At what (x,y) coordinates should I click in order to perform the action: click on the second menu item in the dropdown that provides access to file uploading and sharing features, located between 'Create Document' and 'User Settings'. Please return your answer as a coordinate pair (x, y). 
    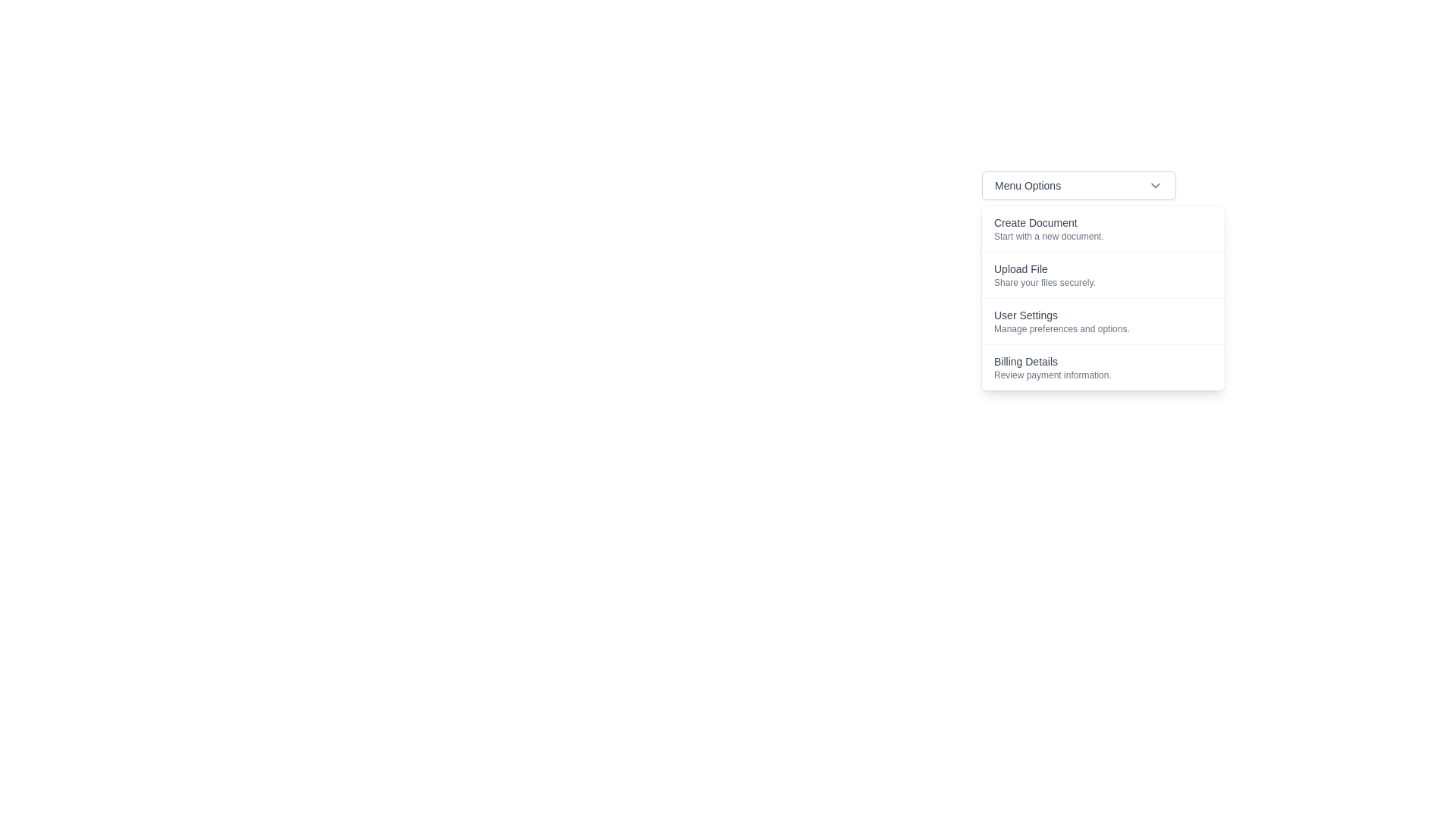
    Looking at the image, I should click on (1078, 292).